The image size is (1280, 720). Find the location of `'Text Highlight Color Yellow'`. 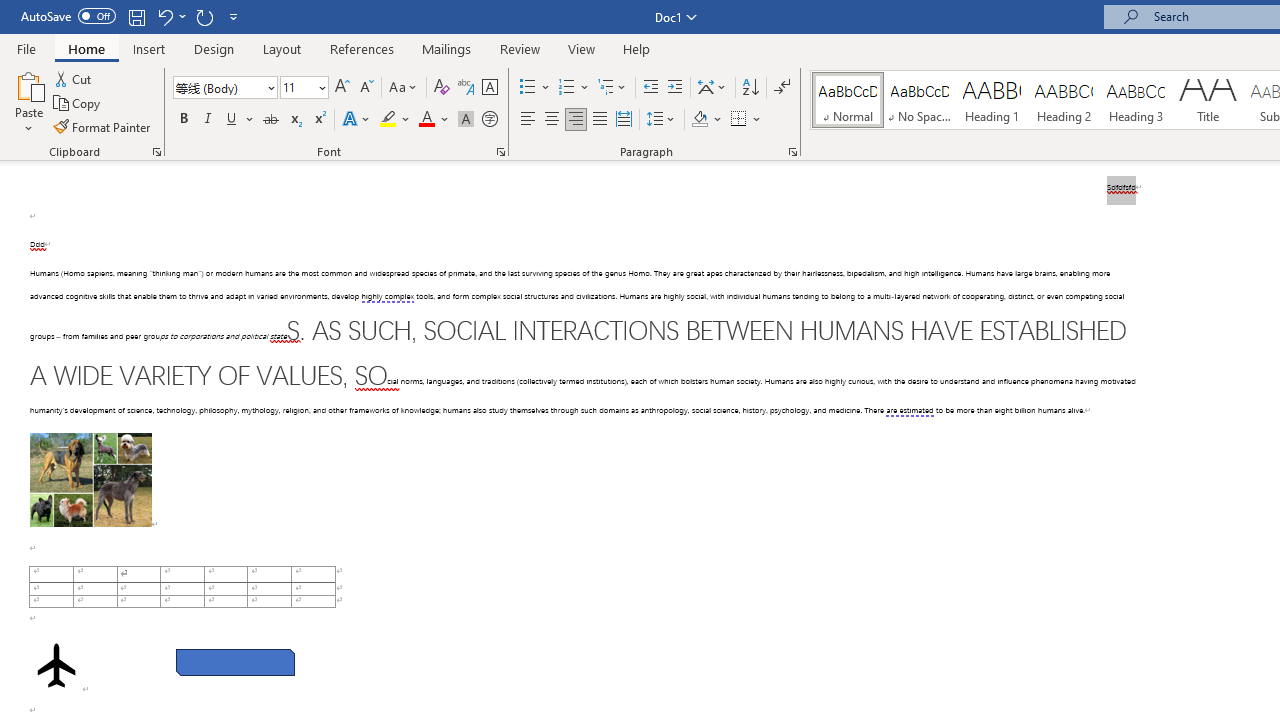

'Text Highlight Color Yellow' is located at coordinates (388, 119).